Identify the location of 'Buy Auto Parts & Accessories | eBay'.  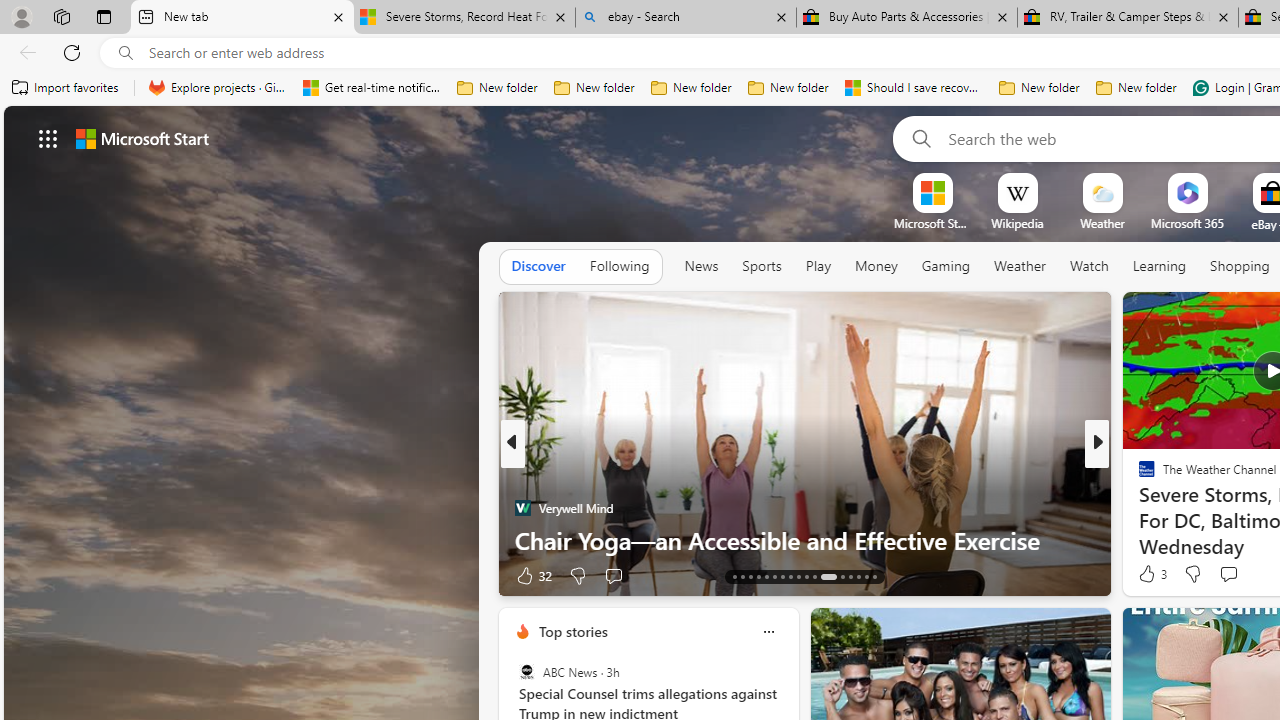
(906, 17).